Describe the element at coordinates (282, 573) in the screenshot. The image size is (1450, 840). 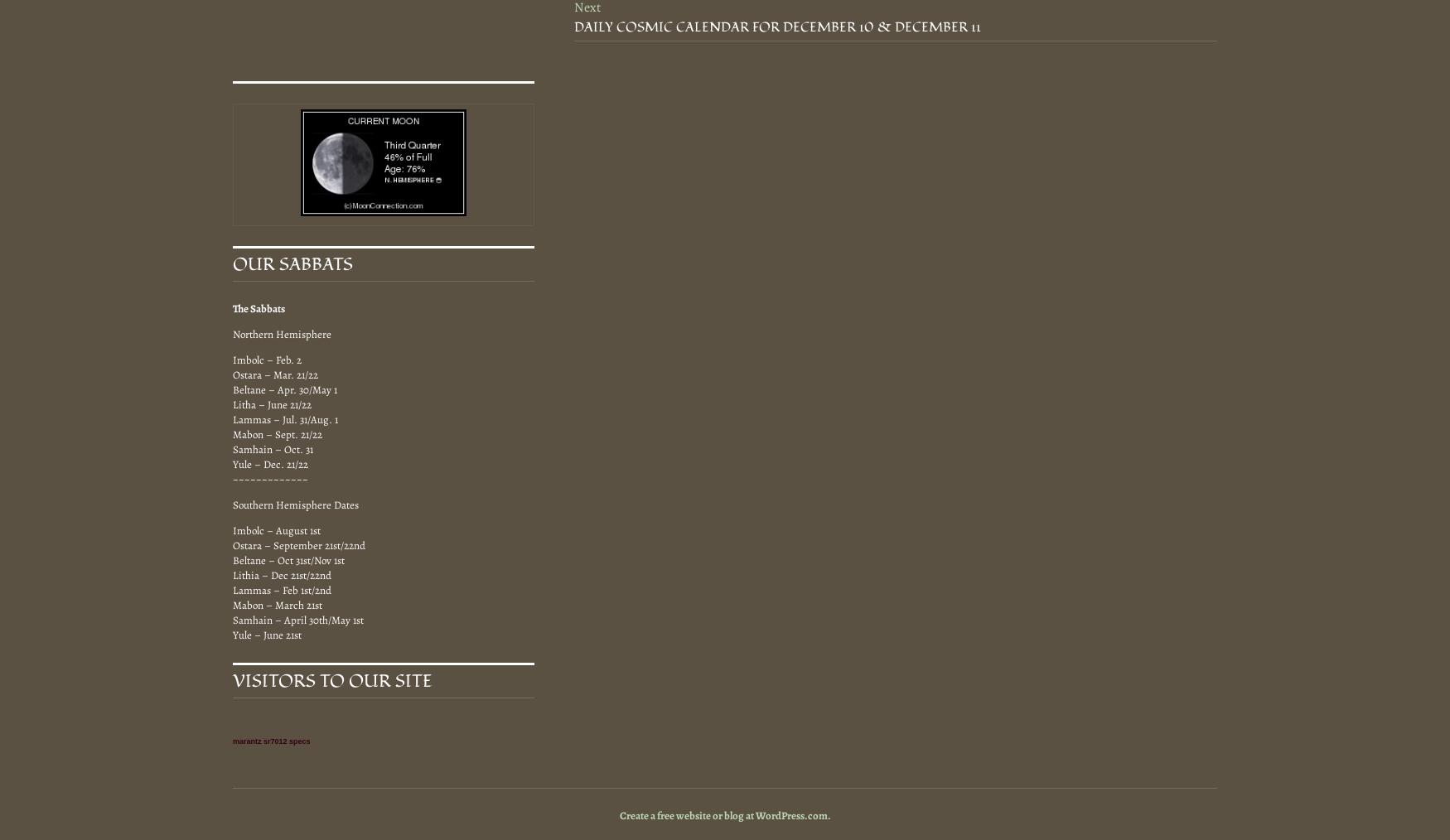
I see `'Lithia – Dec 21st/22nd'` at that location.